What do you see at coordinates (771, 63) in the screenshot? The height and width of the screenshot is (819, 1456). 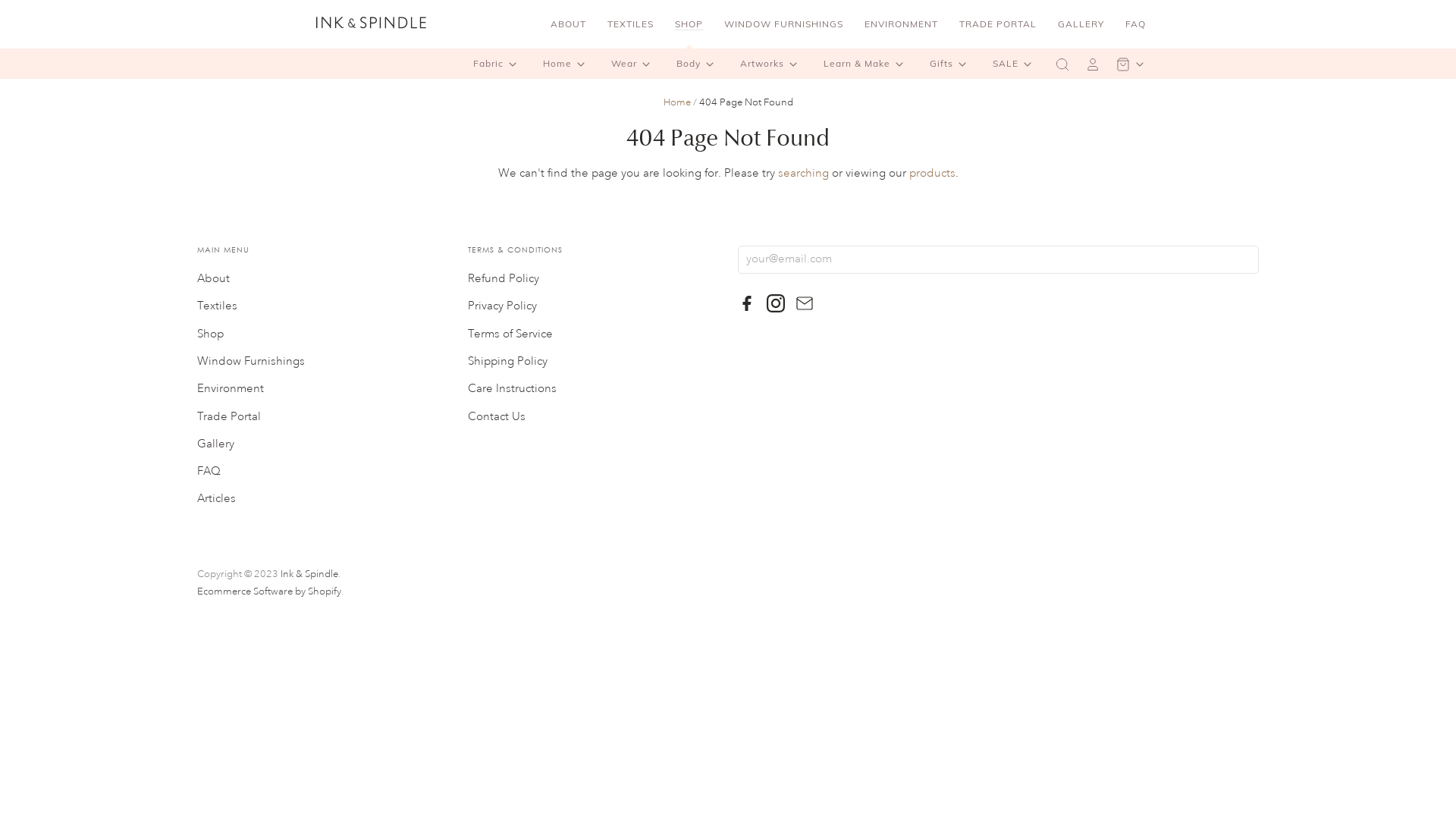 I see `'Artworks'` at bounding box center [771, 63].